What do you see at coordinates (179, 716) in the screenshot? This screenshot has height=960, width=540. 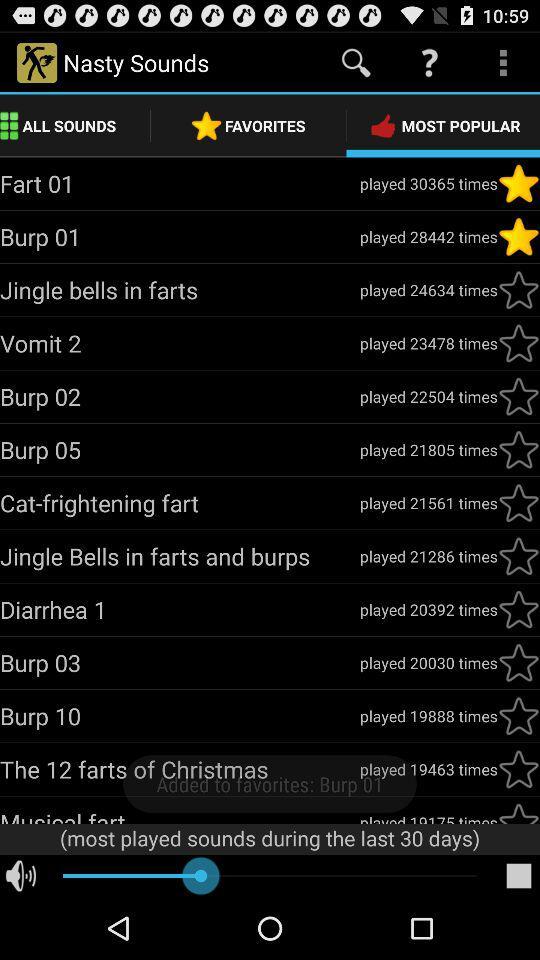 I see `the burp 10 app` at bounding box center [179, 716].